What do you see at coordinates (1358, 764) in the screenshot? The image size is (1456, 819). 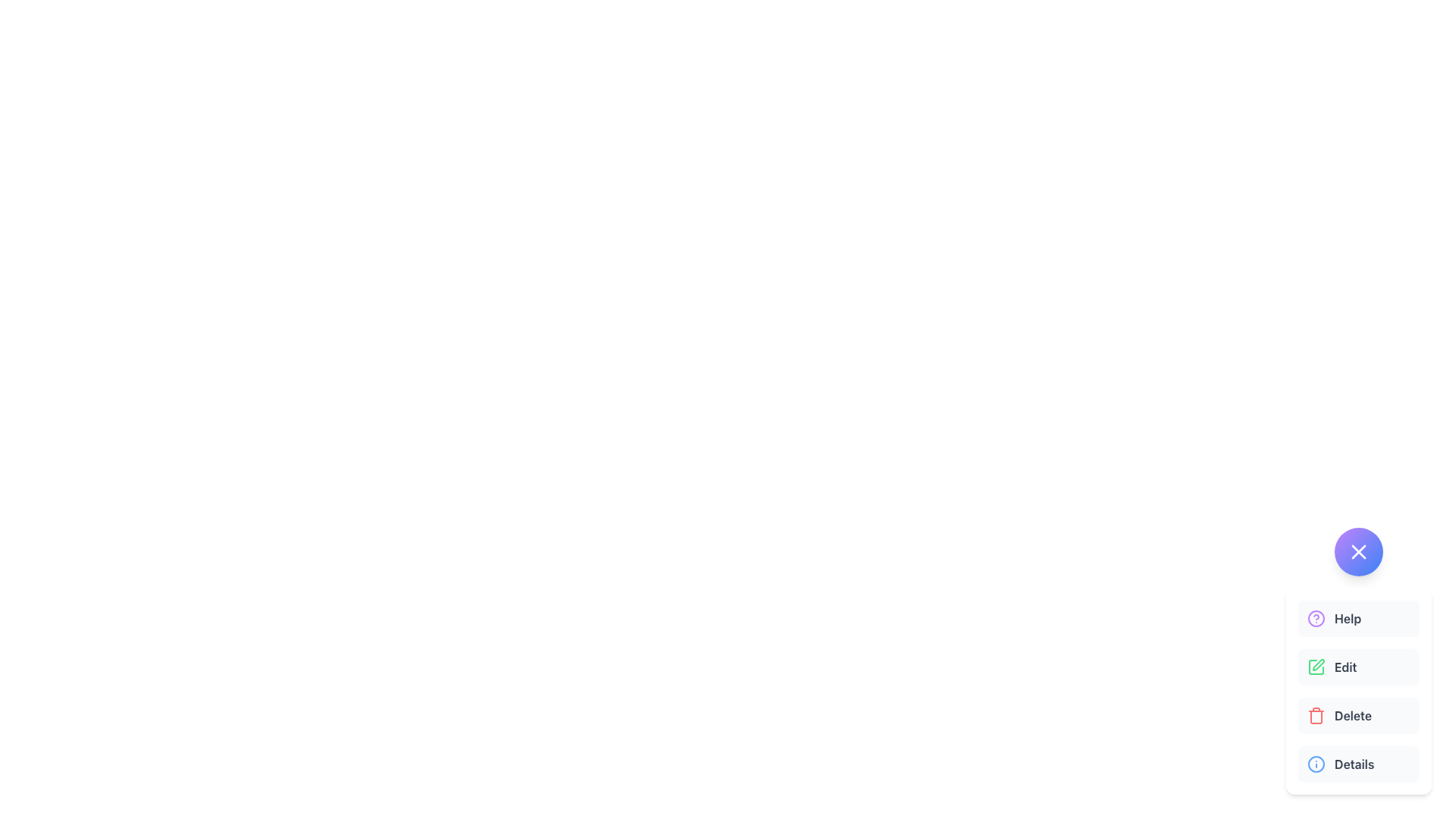 I see `the 'Details' button, which has a light gray background, rounded corners, an 'i' icon on the left, and bold dark gray text on the right, located at the bottom of a vertically aligned list of options` at bounding box center [1358, 764].